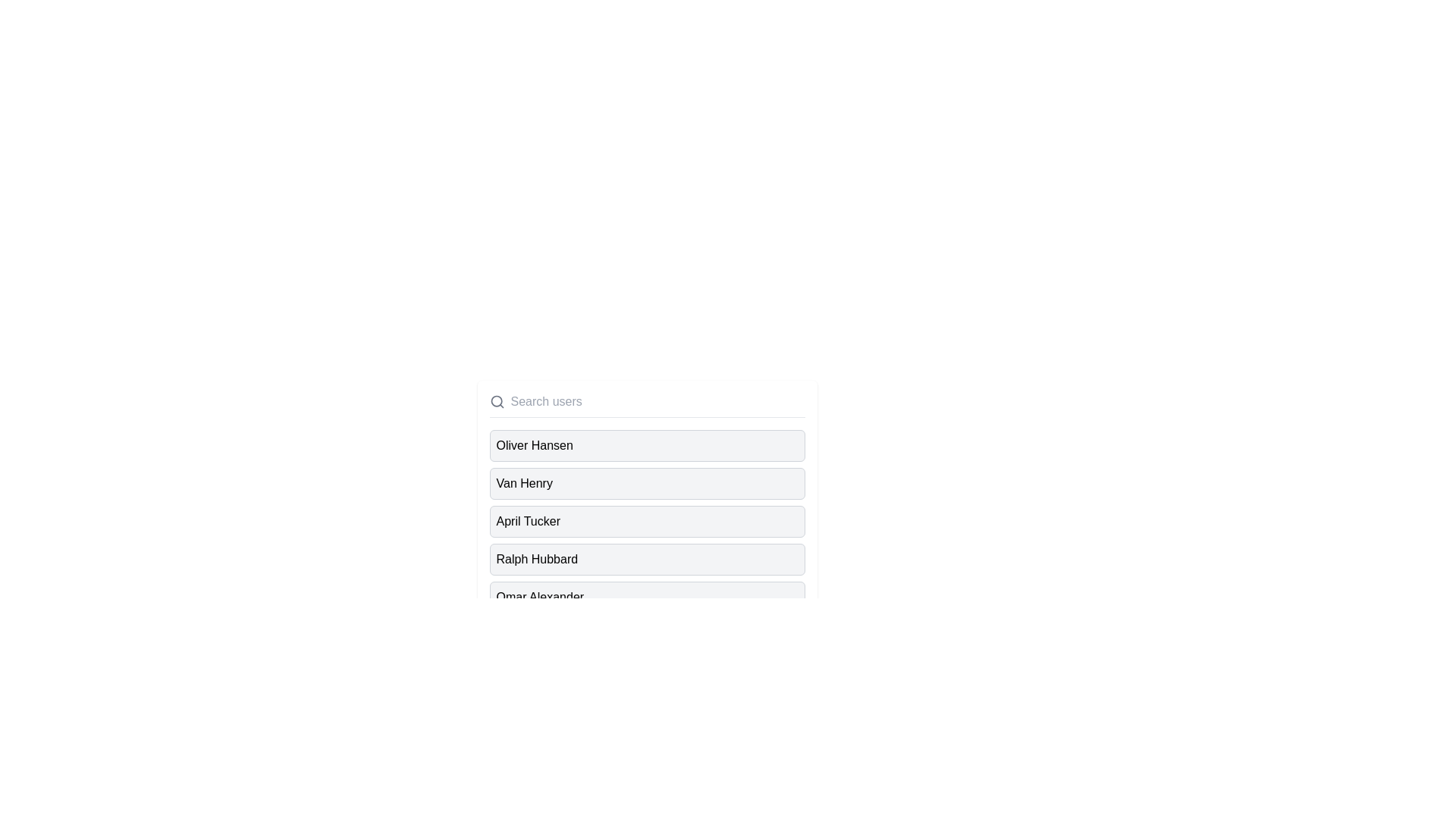  Describe the element at coordinates (528, 520) in the screenshot. I see `the text label 'April Tucker' which is displayed in a button-like list item with a light gray background, located as the third element in a vertical list` at that location.